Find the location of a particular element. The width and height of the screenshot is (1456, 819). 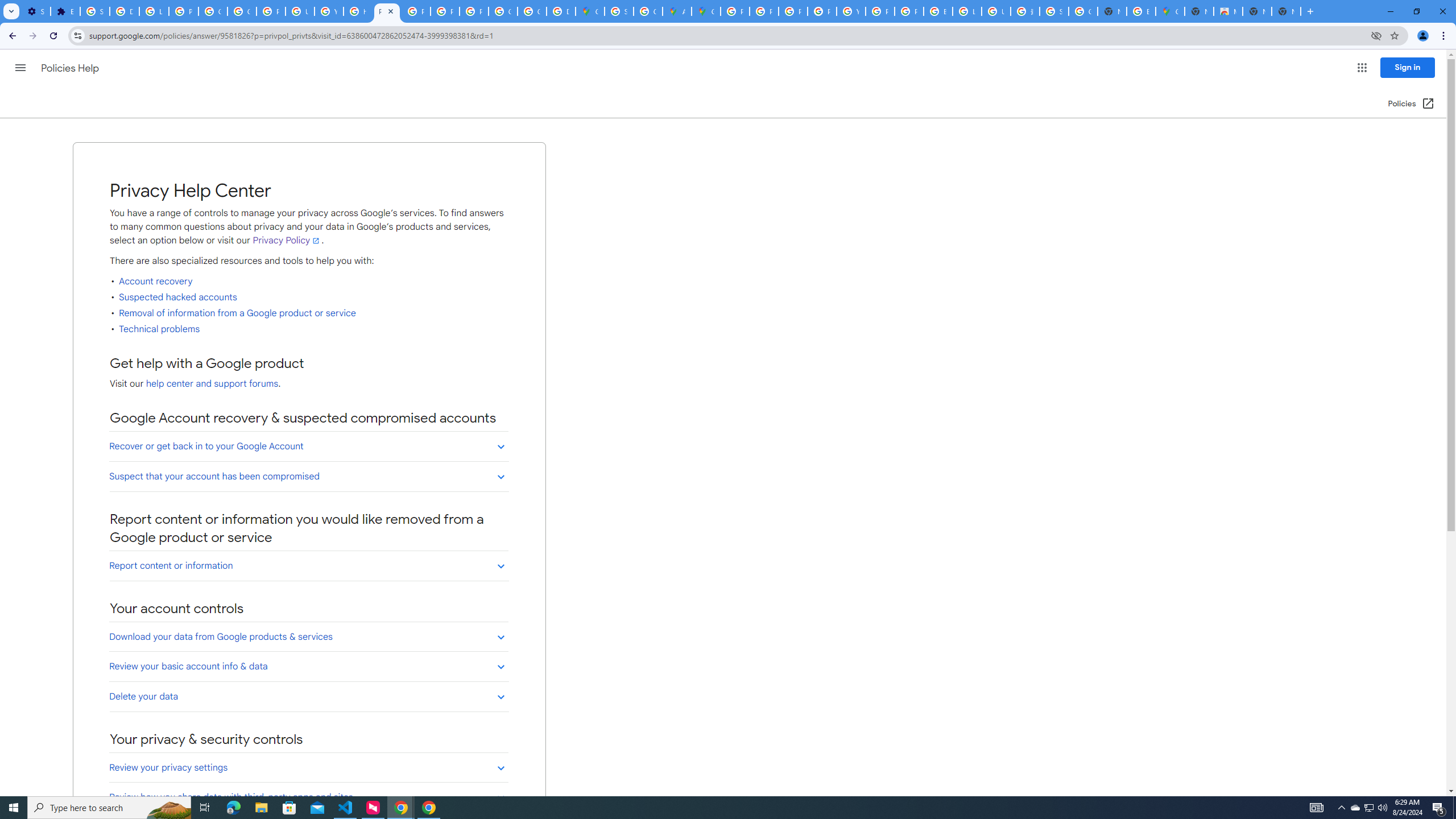

'Suspect that your account has been compromised' is located at coordinates (308, 475).